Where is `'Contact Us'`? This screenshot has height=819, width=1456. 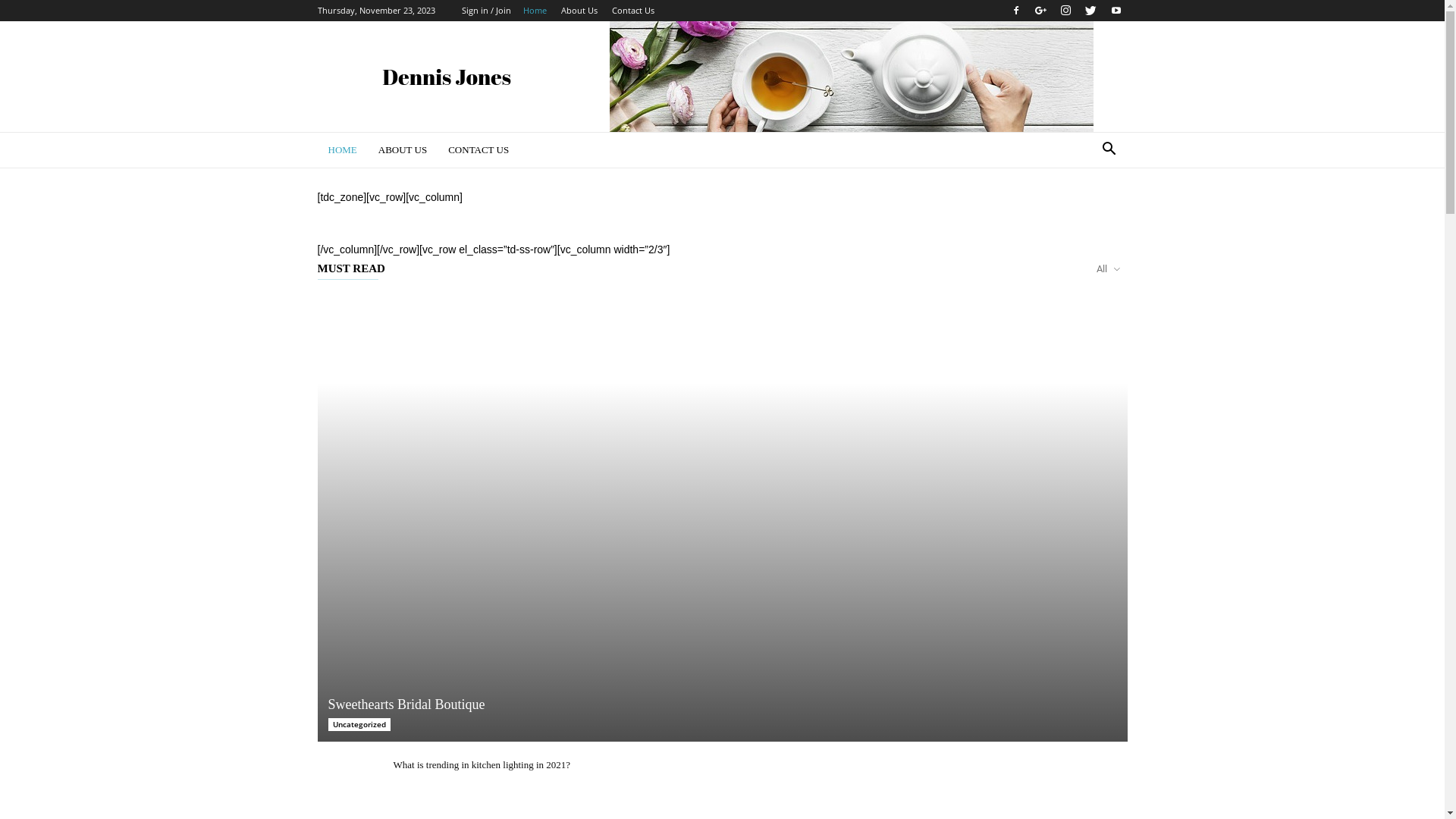 'Contact Us' is located at coordinates (632, 10).